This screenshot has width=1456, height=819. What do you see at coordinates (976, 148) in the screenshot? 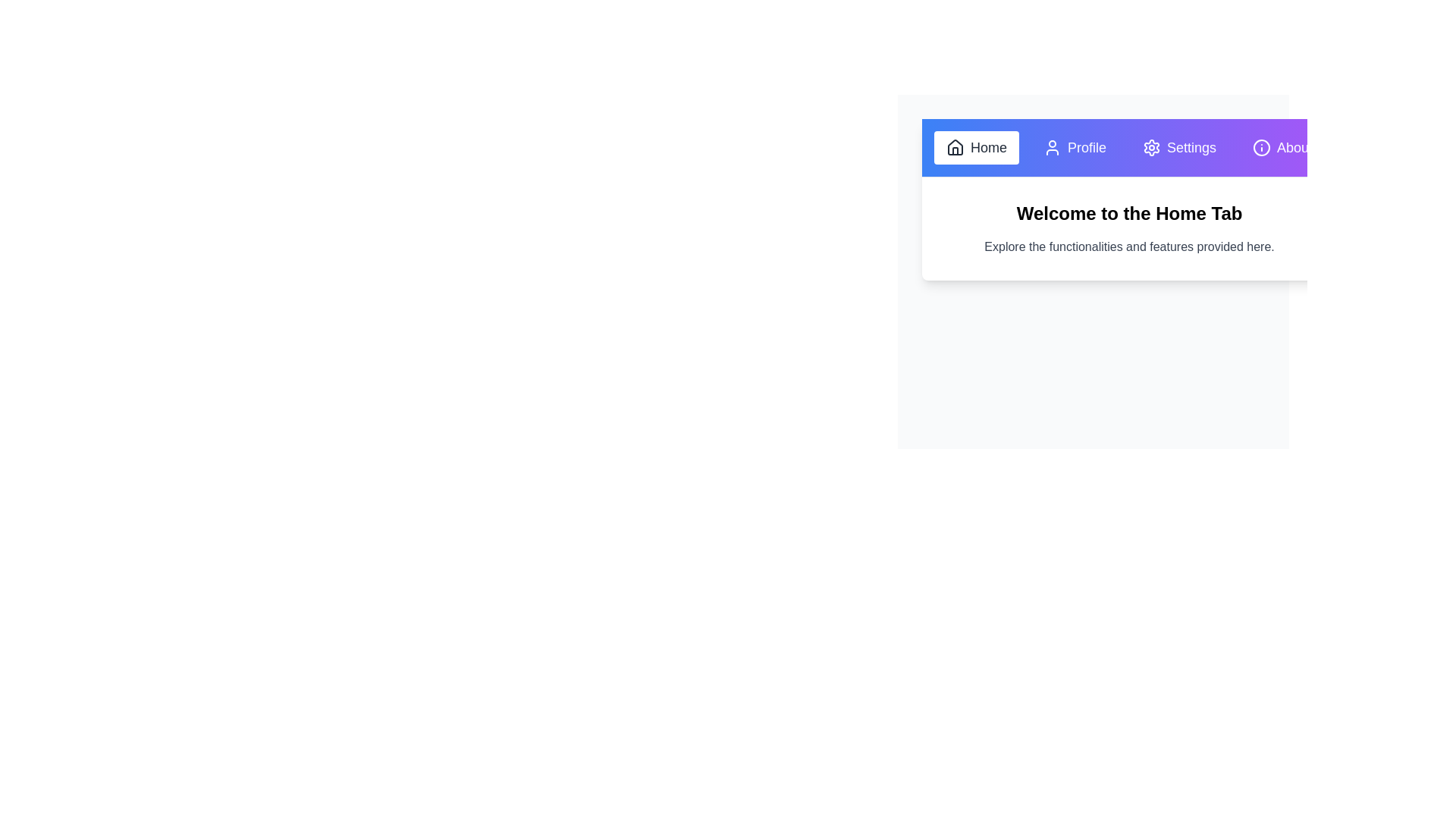
I see `the leftmost navigation button on the horizontal bar` at bounding box center [976, 148].